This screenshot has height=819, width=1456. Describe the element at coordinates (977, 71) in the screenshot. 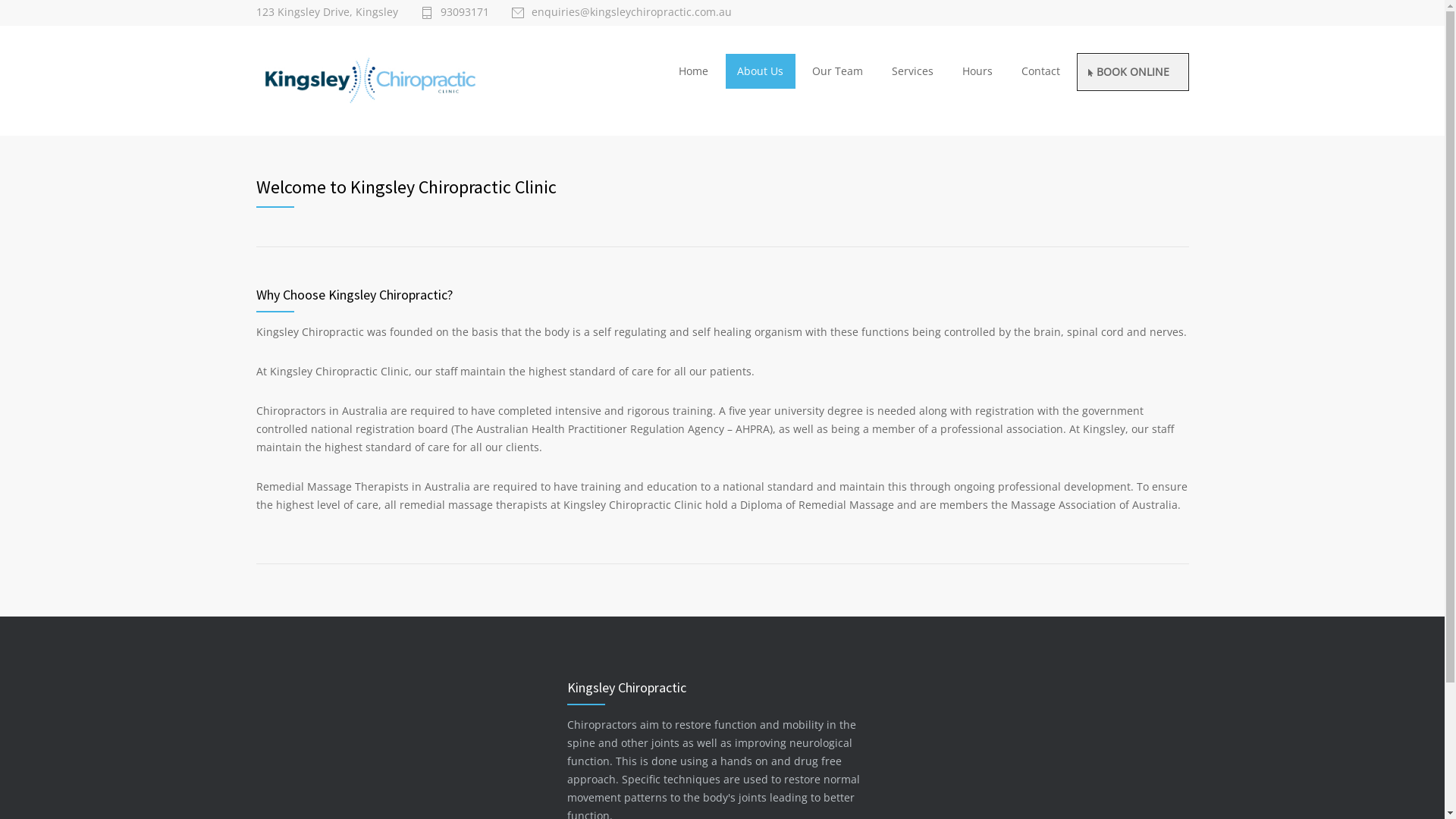

I see `'Hours'` at that location.